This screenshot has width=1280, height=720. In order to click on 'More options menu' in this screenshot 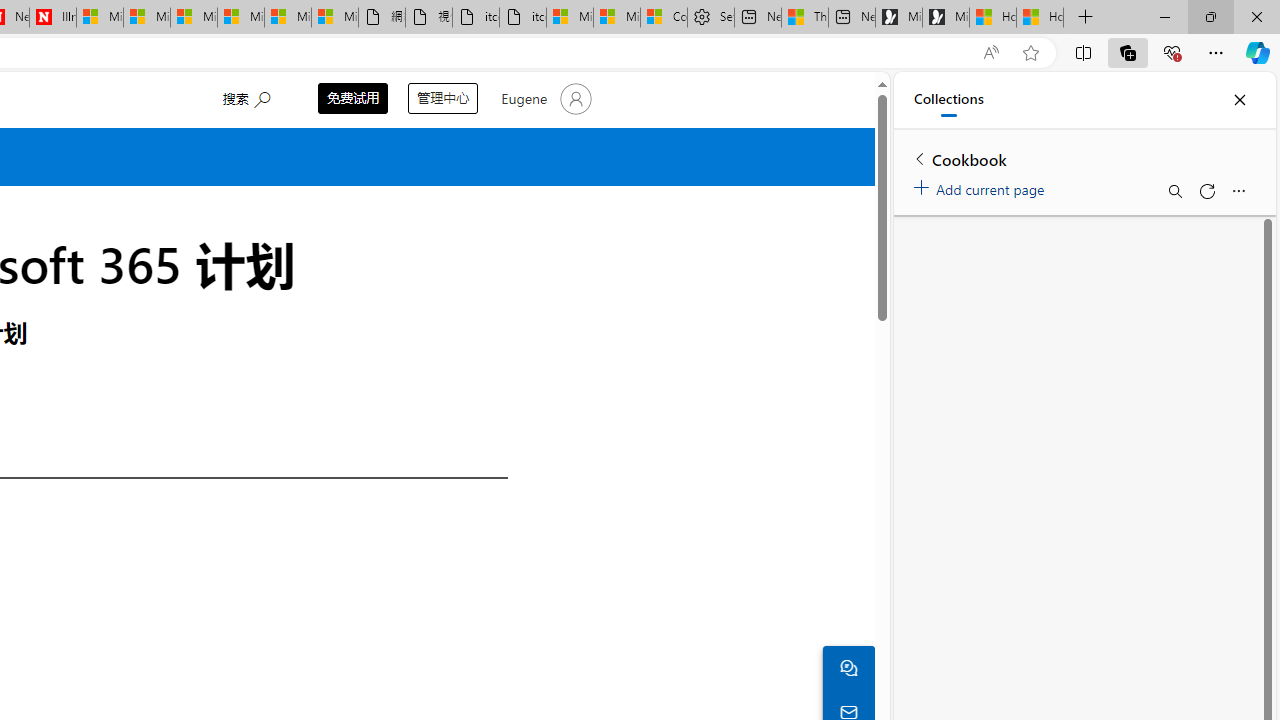, I will do `click(1237, 191)`.